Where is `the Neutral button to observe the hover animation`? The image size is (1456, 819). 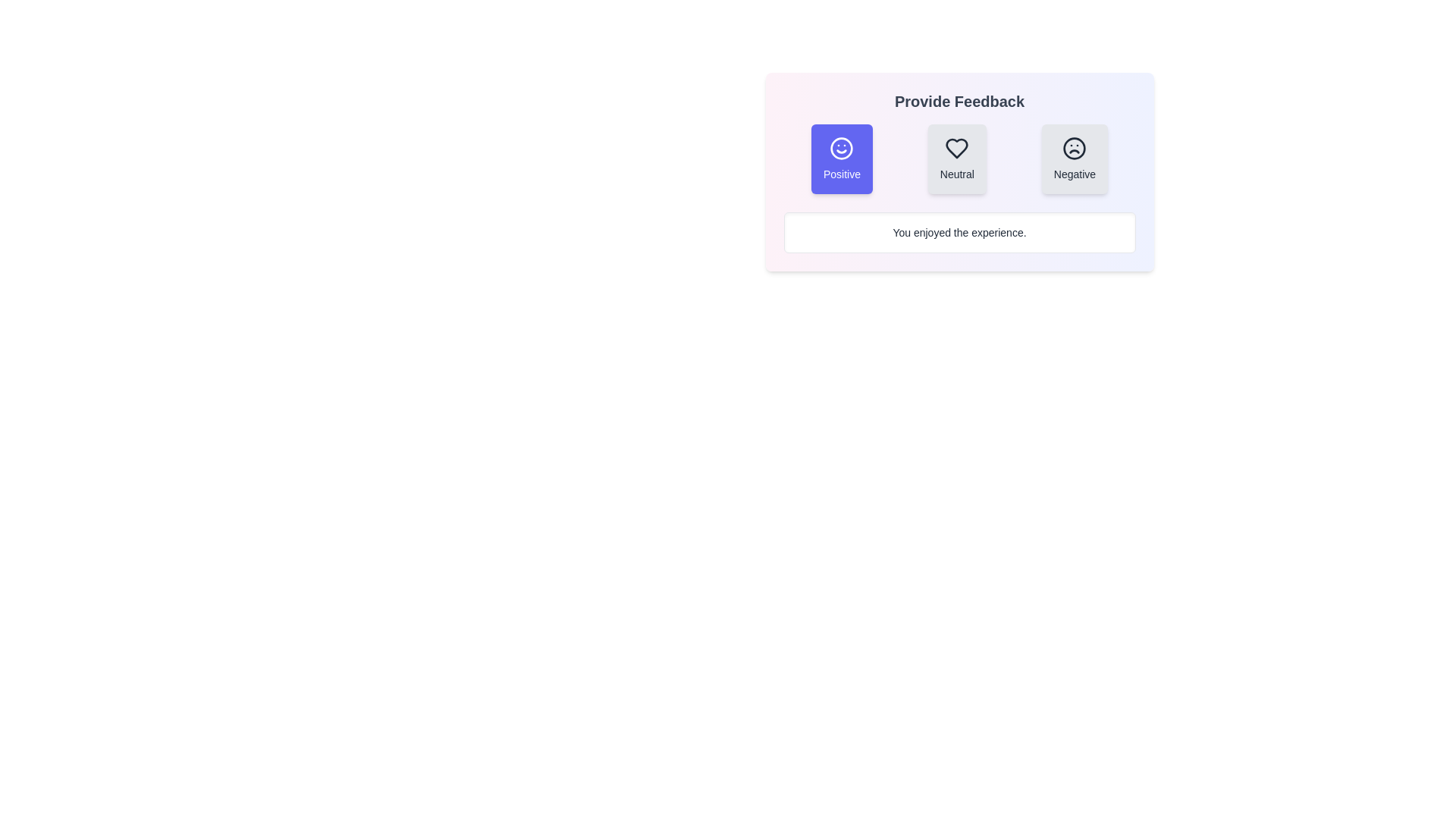 the Neutral button to observe the hover animation is located at coordinates (956, 158).